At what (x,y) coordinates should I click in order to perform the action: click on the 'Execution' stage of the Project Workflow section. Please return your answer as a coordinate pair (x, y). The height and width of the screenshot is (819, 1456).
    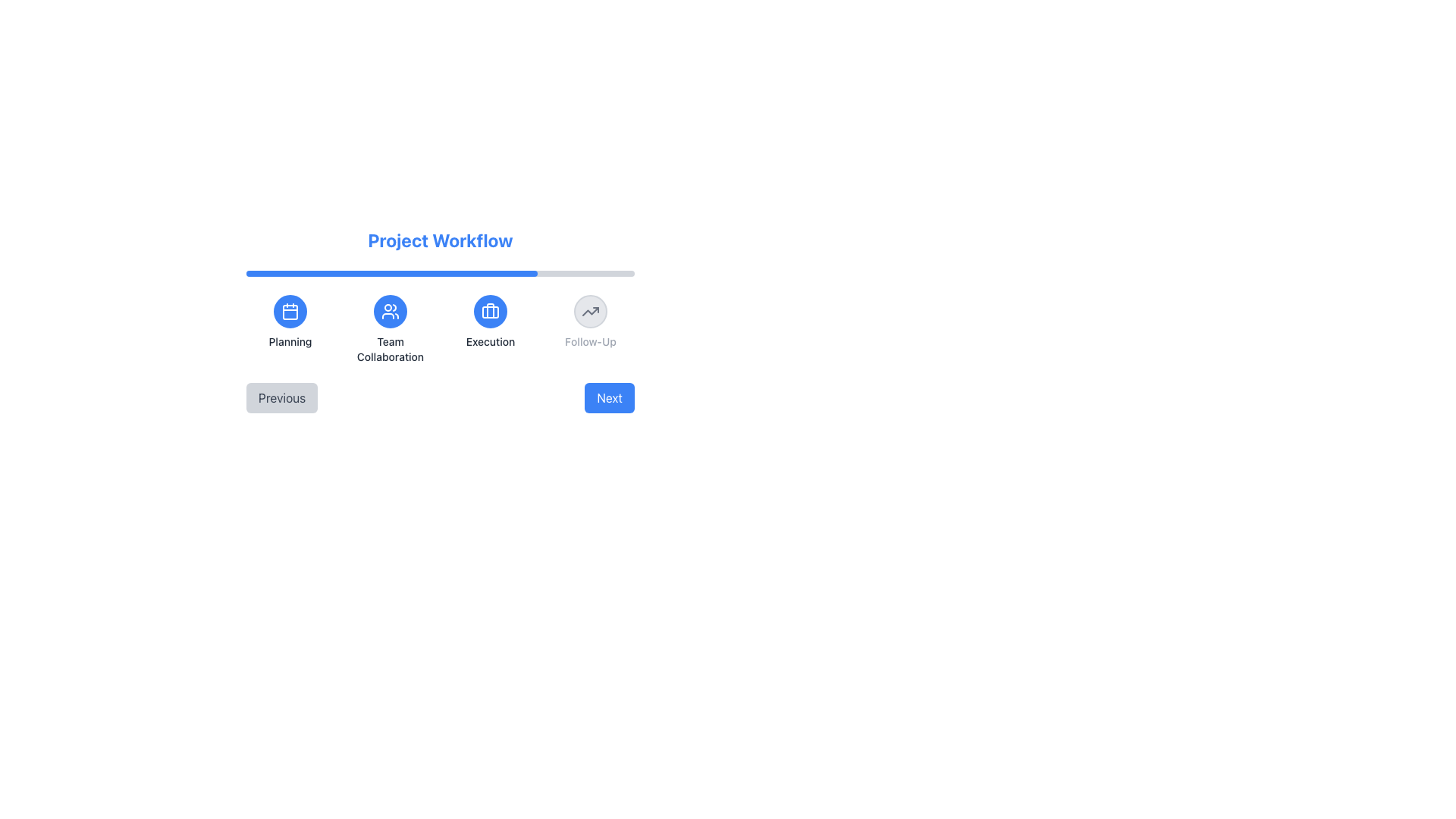
    Looking at the image, I should click on (439, 329).